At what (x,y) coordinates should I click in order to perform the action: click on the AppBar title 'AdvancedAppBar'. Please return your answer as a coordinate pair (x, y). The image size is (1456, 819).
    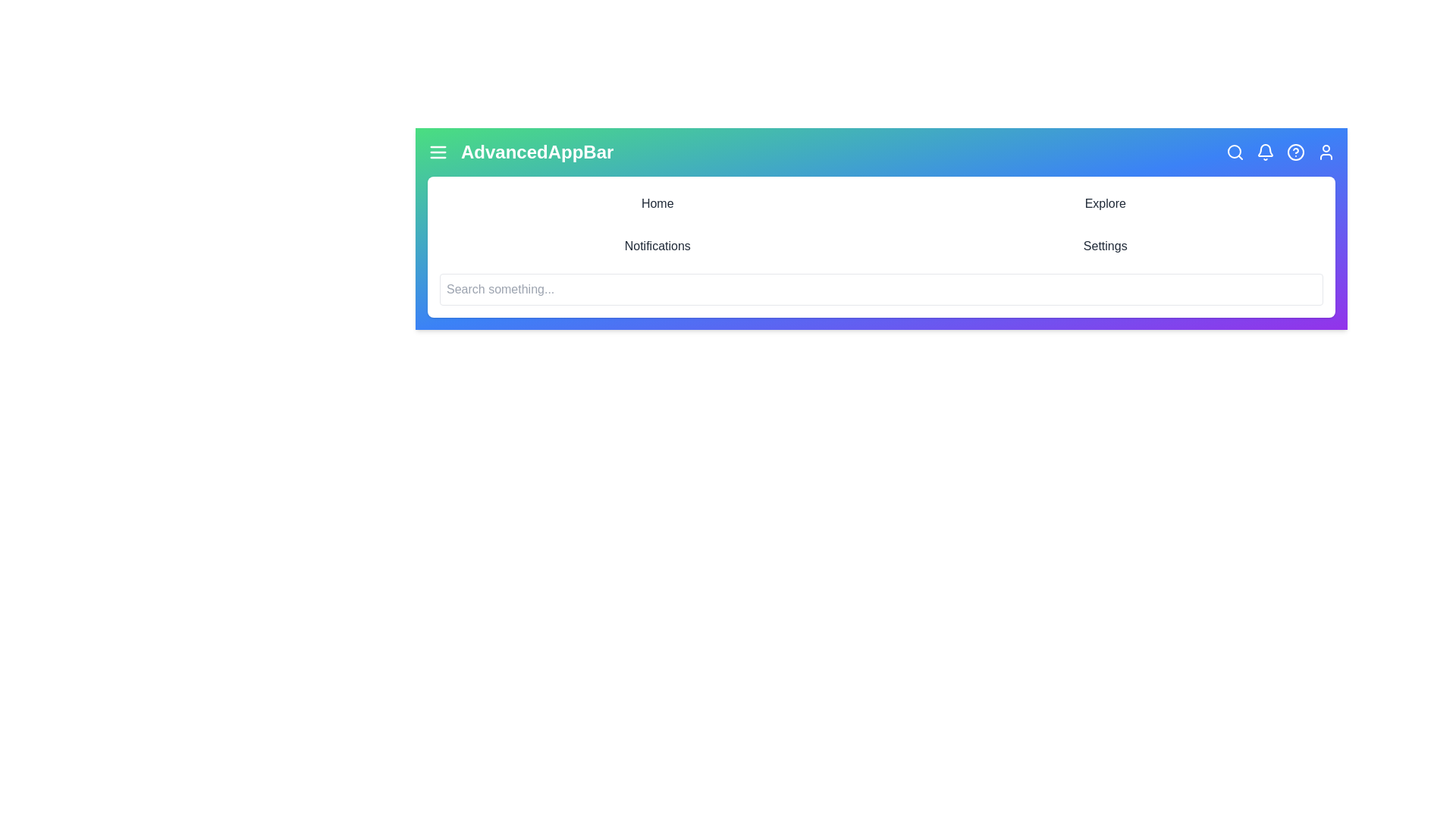
    Looking at the image, I should click on (537, 152).